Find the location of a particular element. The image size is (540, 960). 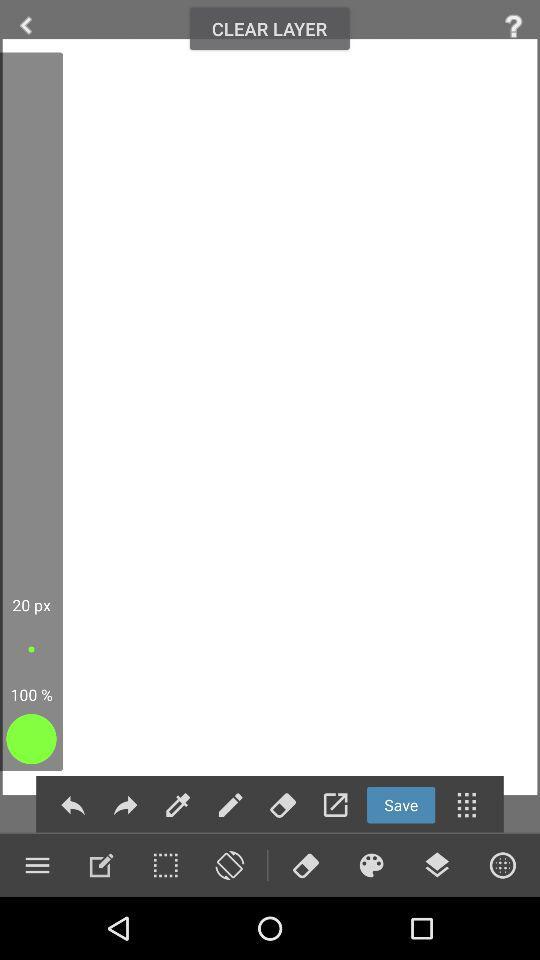

the reply icon is located at coordinates (72, 805).